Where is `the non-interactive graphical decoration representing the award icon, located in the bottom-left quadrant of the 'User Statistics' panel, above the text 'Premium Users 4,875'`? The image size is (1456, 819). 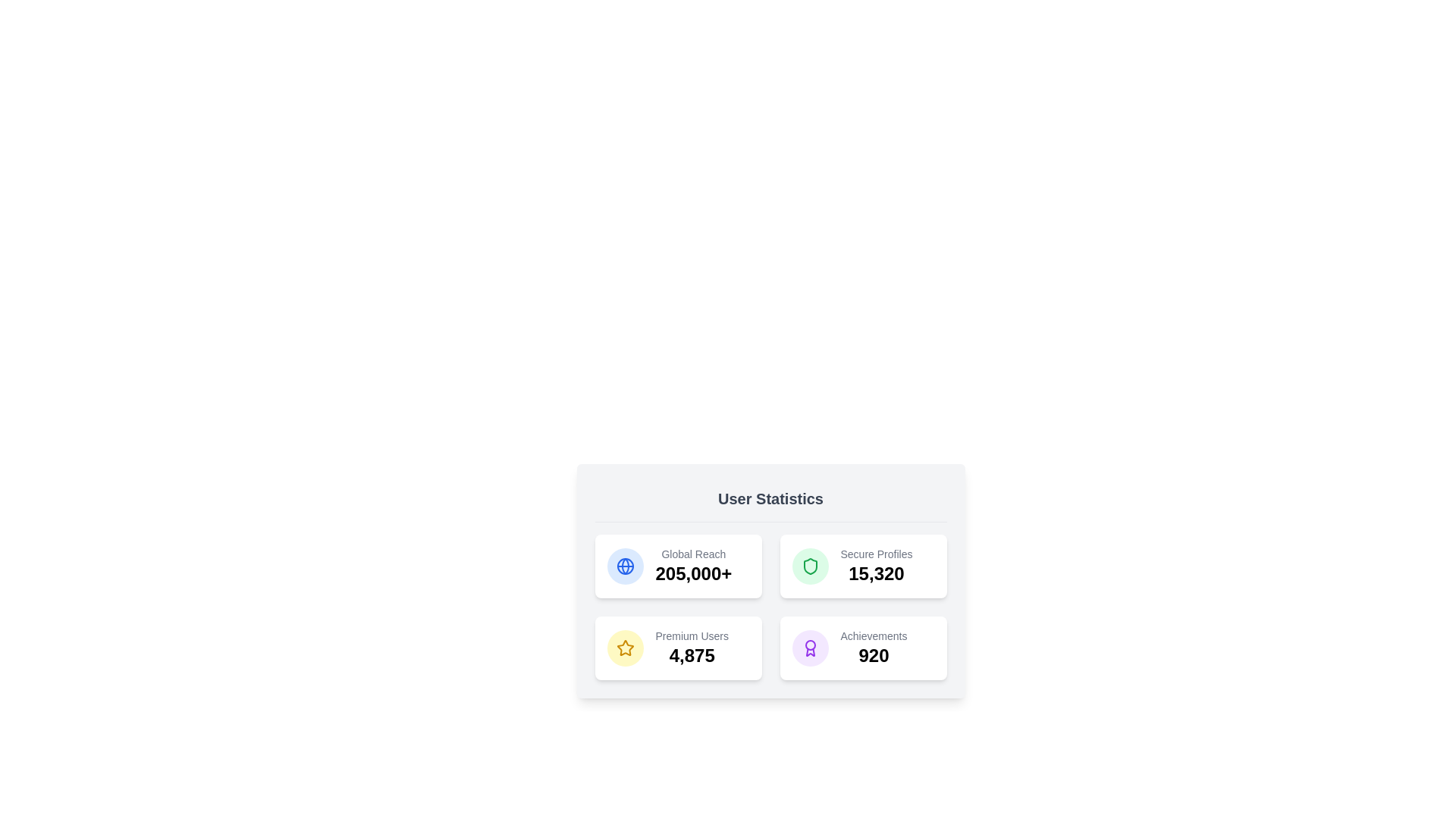
the non-interactive graphical decoration representing the award icon, located in the bottom-left quadrant of the 'User Statistics' panel, above the text 'Premium Users 4,875' is located at coordinates (809, 651).